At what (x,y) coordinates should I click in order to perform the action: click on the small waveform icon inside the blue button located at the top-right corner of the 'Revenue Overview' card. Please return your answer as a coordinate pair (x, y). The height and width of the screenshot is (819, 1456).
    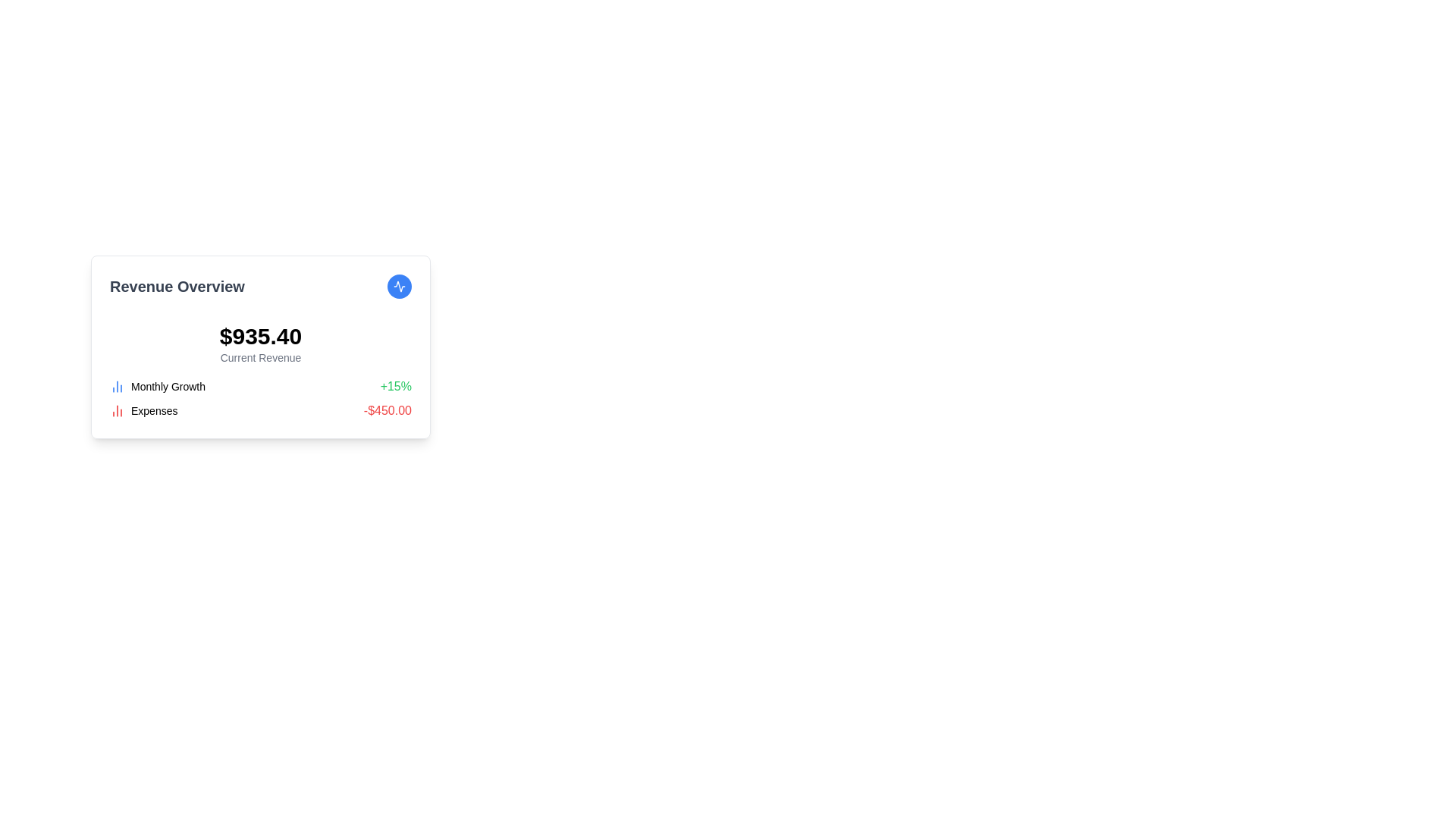
    Looking at the image, I should click on (400, 287).